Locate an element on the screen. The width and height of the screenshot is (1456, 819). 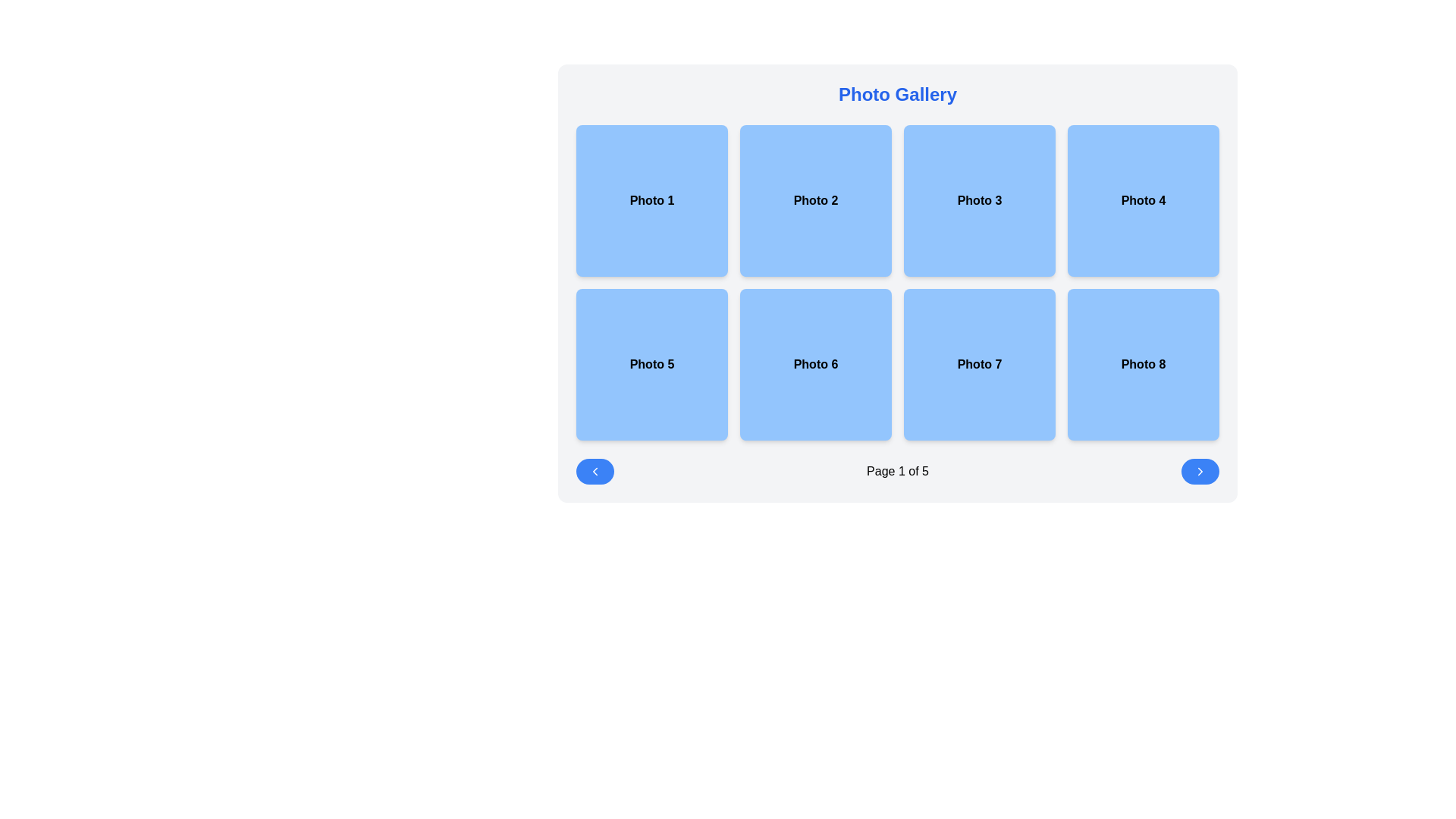
the square-shaped button labeled 'Photo 4' with a light blue background and rounded corners, located in the top row of a 4x2 grid is located at coordinates (1143, 200).